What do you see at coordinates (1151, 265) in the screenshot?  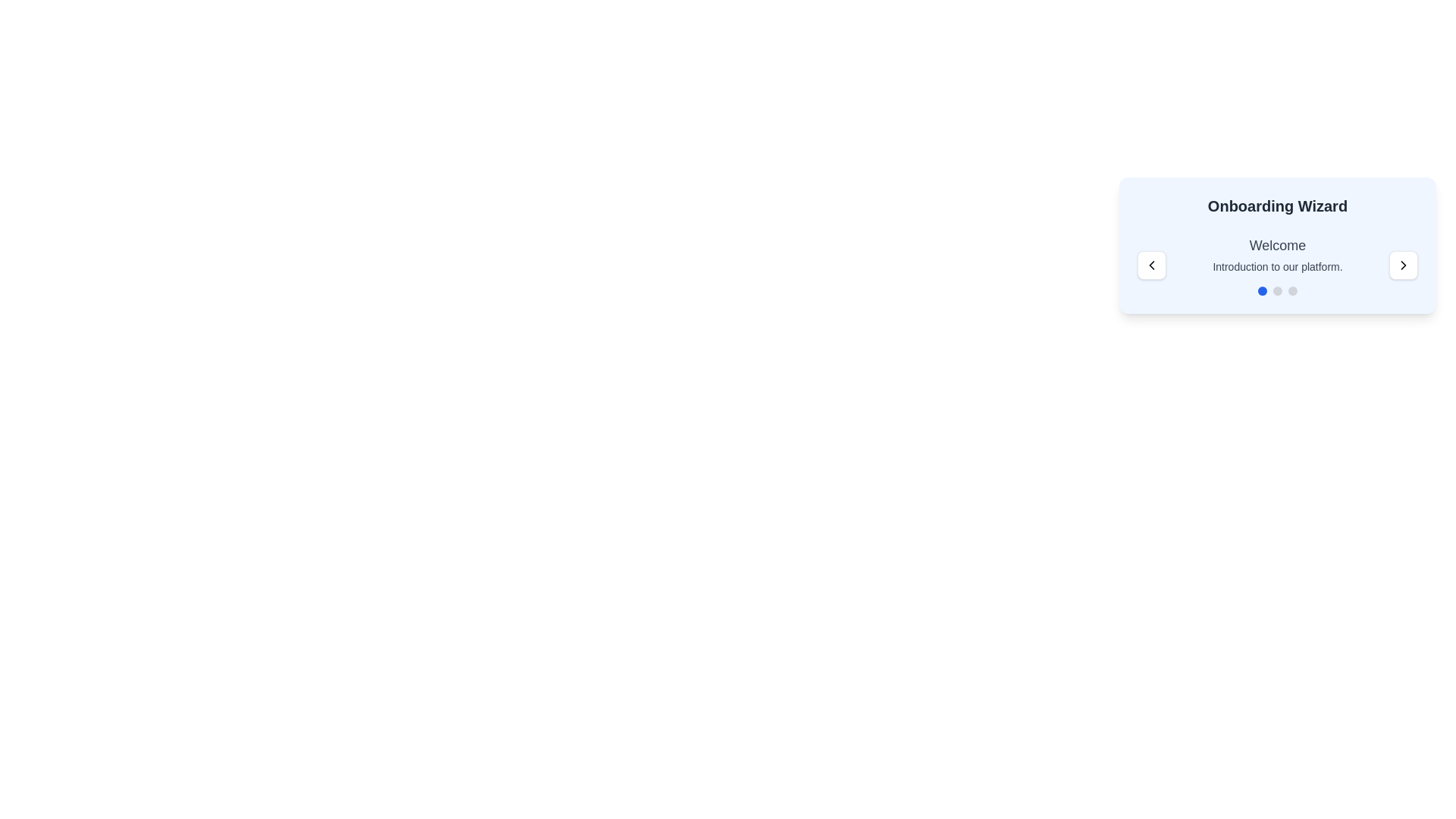 I see `the left-facing chevron button, which is a small rectangular button with rounded corners located to the left of the 'Welcome' header` at bounding box center [1151, 265].